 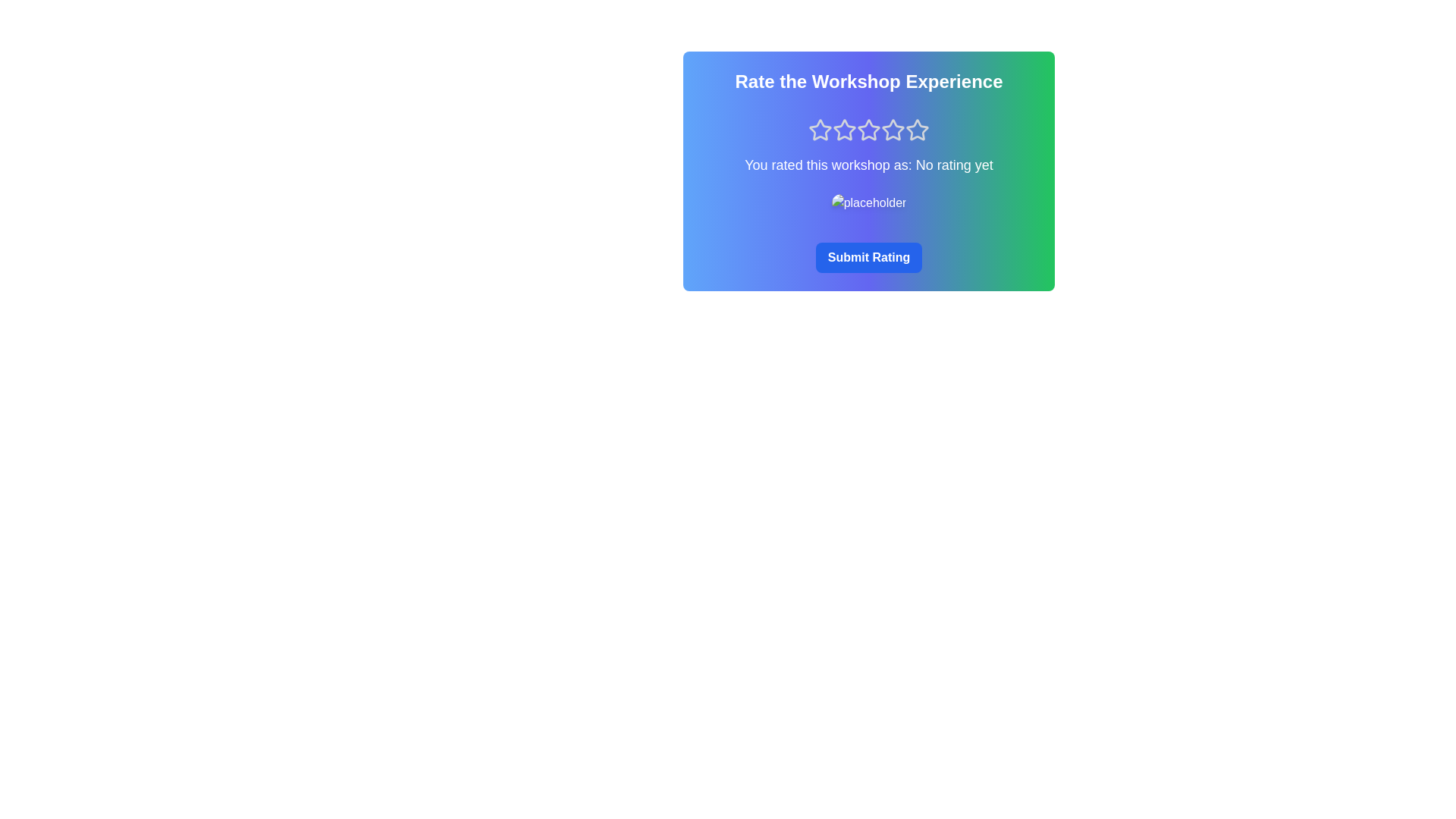 What do you see at coordinates (869, 130) in the screenshot?
I see `the rating to 3 stars by clicking the corresponding star` at bounding box center [869, 130].